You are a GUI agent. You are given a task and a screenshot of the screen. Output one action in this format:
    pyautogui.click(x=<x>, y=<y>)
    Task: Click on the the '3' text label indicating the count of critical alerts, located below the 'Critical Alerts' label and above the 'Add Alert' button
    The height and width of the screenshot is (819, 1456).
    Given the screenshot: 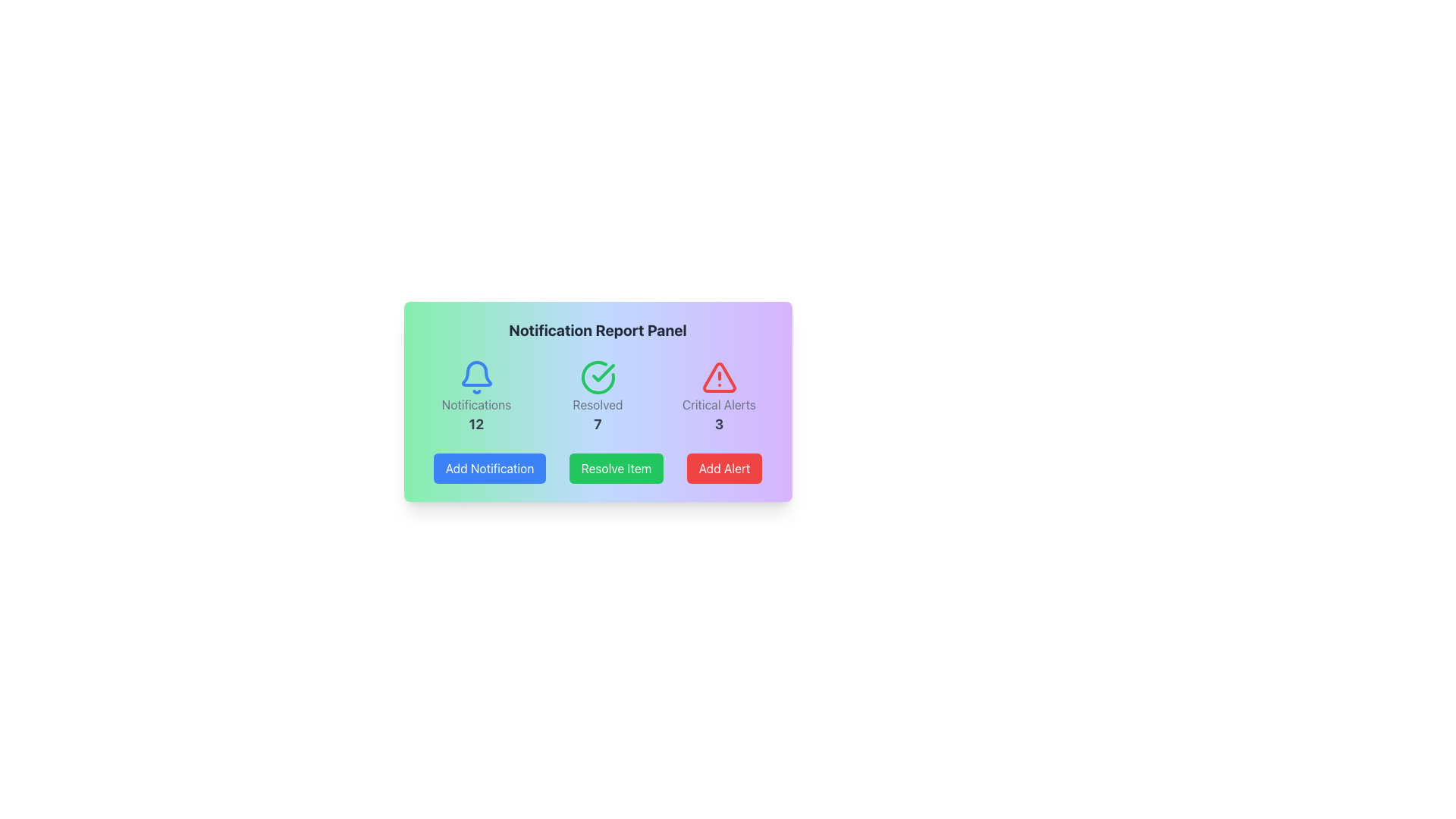 What is the action you would take?
    pyautogui.click(x=718, y=424)
    